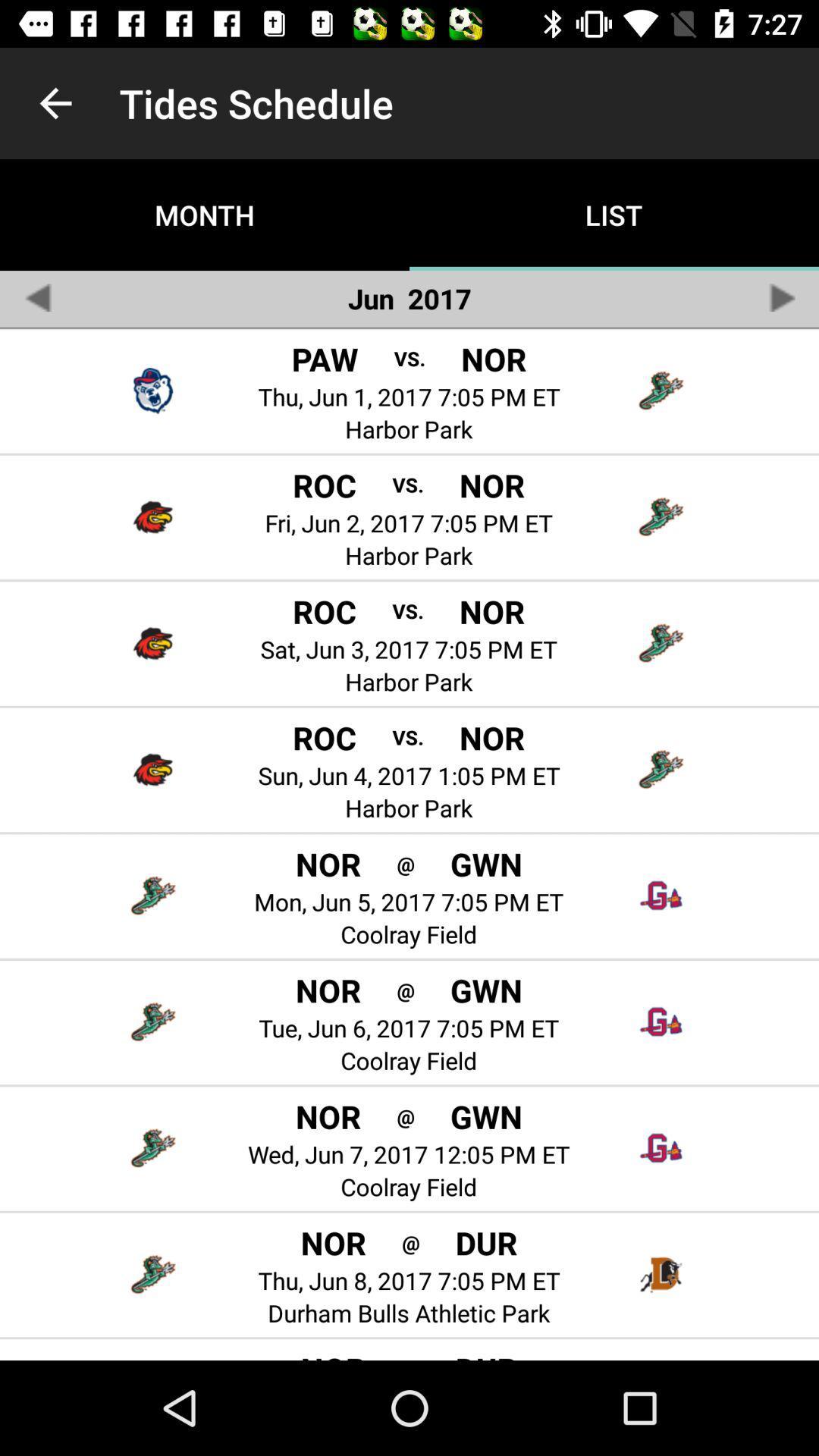  What do you see at coordinates (405, 1116) in the screenshot?
I see `the icon next to the gwn app` at bounding box center [405, 1116].